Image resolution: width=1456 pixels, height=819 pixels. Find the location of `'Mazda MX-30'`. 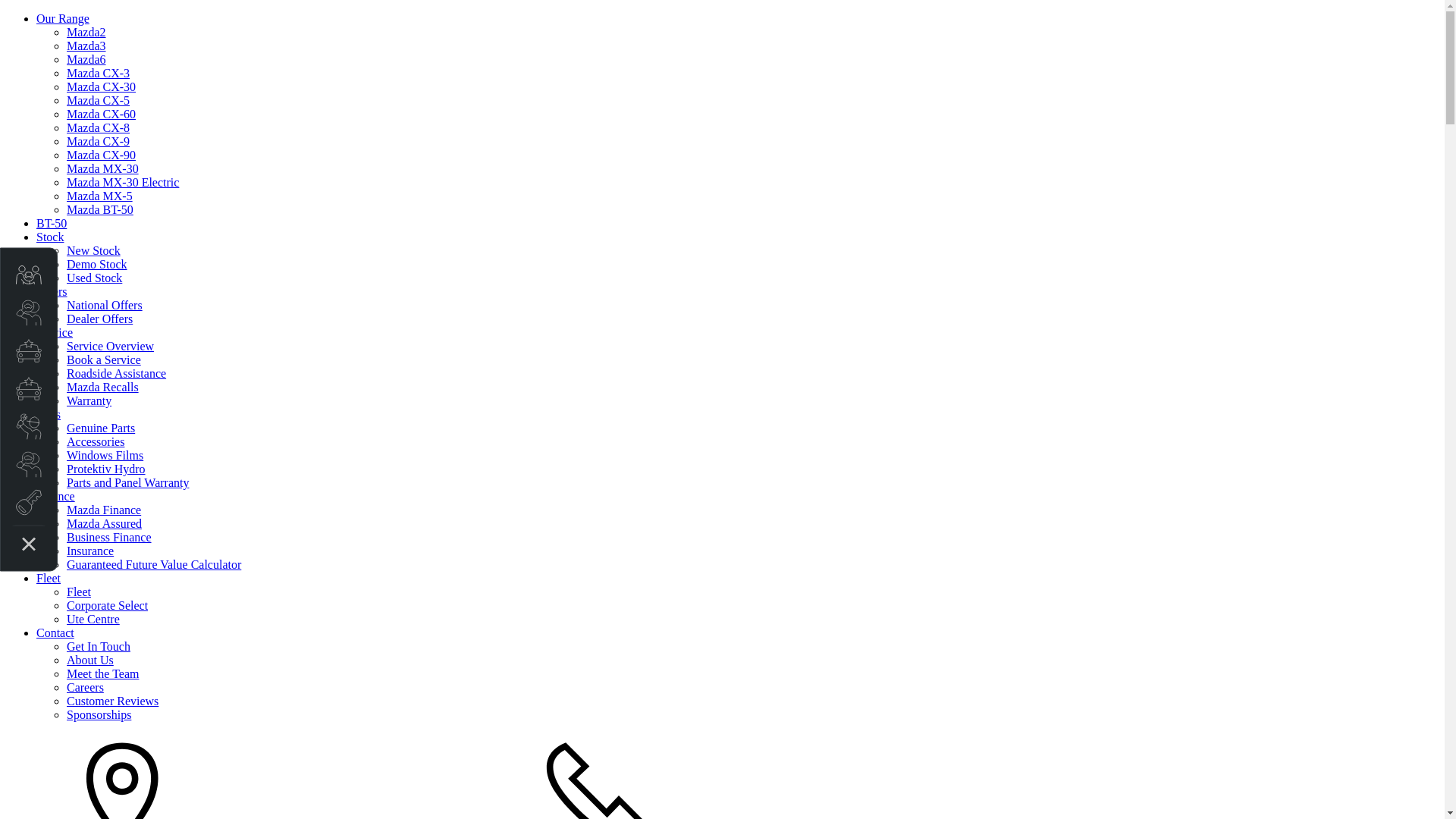

'Mazda MX-30' is located at coordinates (65, 168).